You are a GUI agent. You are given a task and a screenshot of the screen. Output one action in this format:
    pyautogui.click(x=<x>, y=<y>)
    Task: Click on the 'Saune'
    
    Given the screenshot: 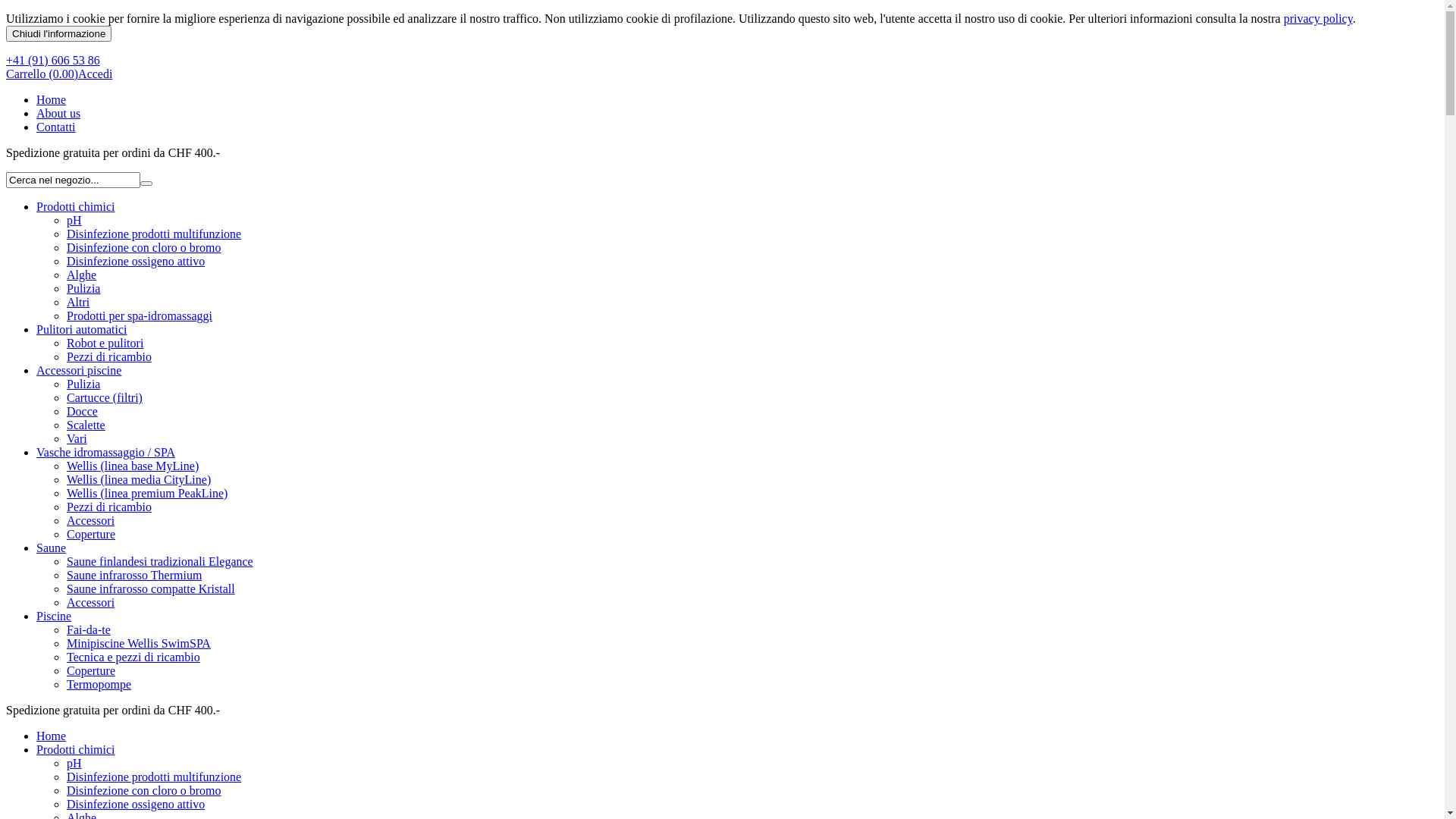 What is the action you would take?
    pyautogui.click(x=51, y=548)
    